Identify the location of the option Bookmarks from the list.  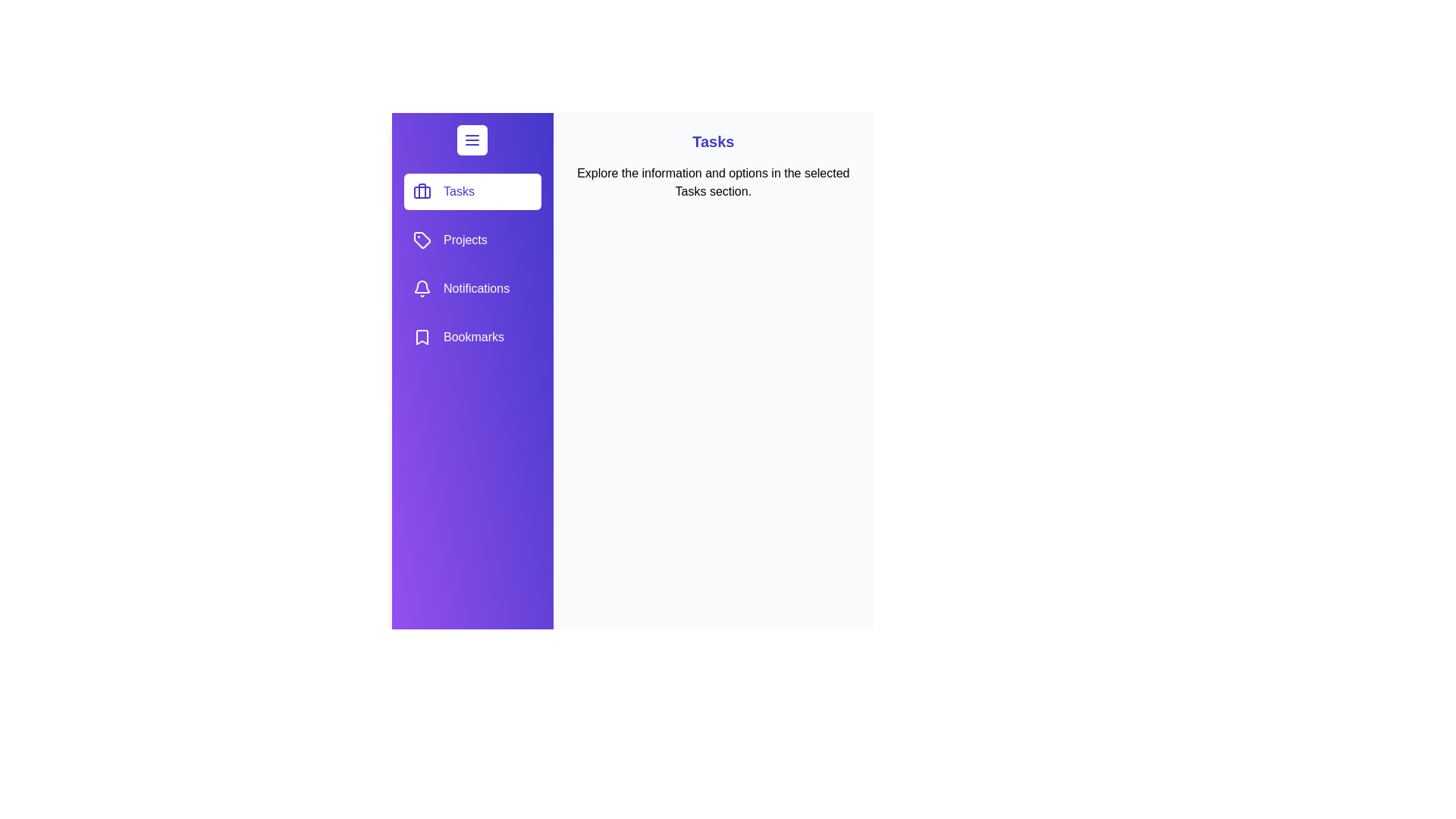
(472, 336).